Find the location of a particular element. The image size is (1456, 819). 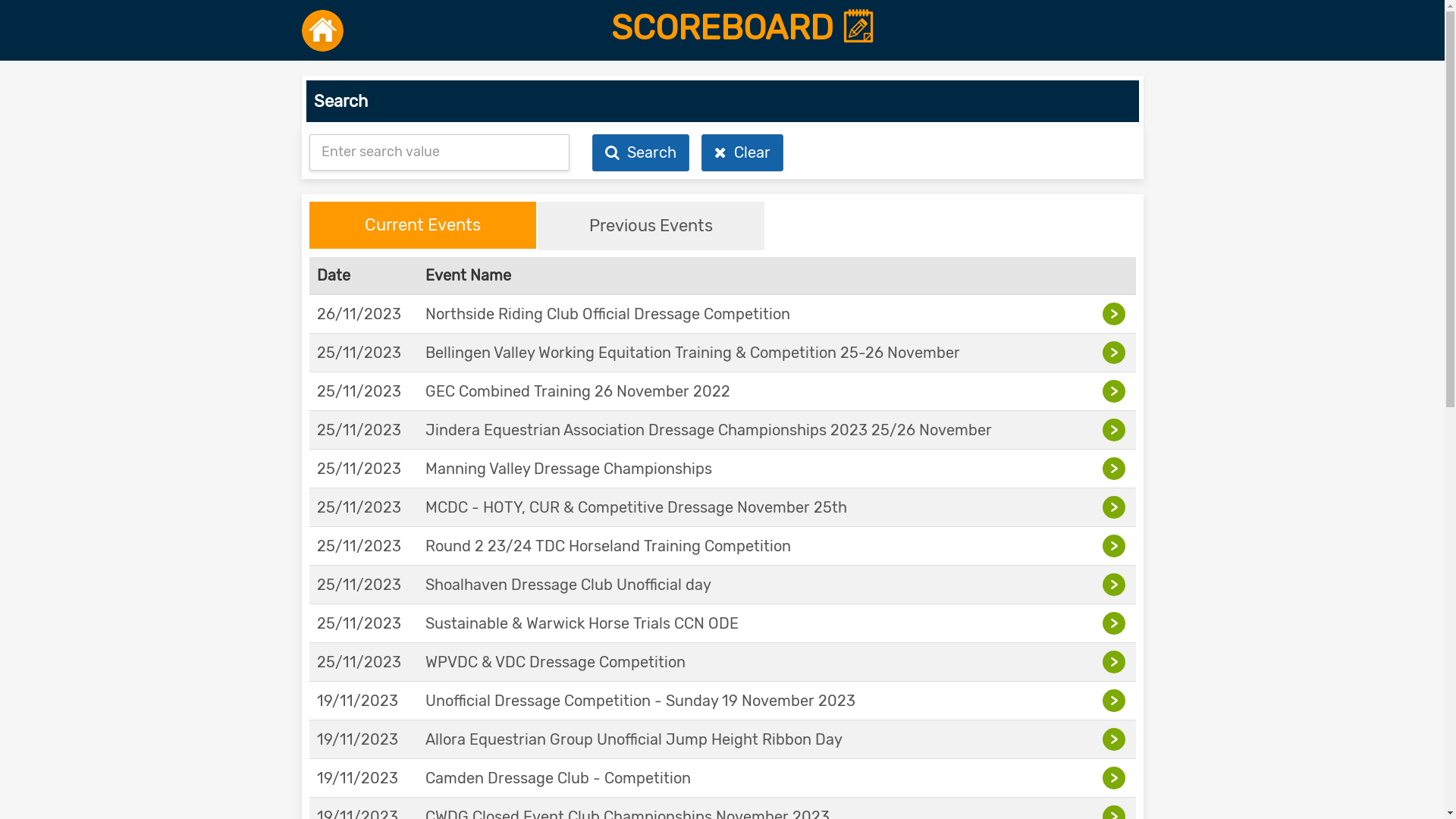

'Sustainable & Warwick Horse Trials CCN ODE' is located at coordinates (581, 623).